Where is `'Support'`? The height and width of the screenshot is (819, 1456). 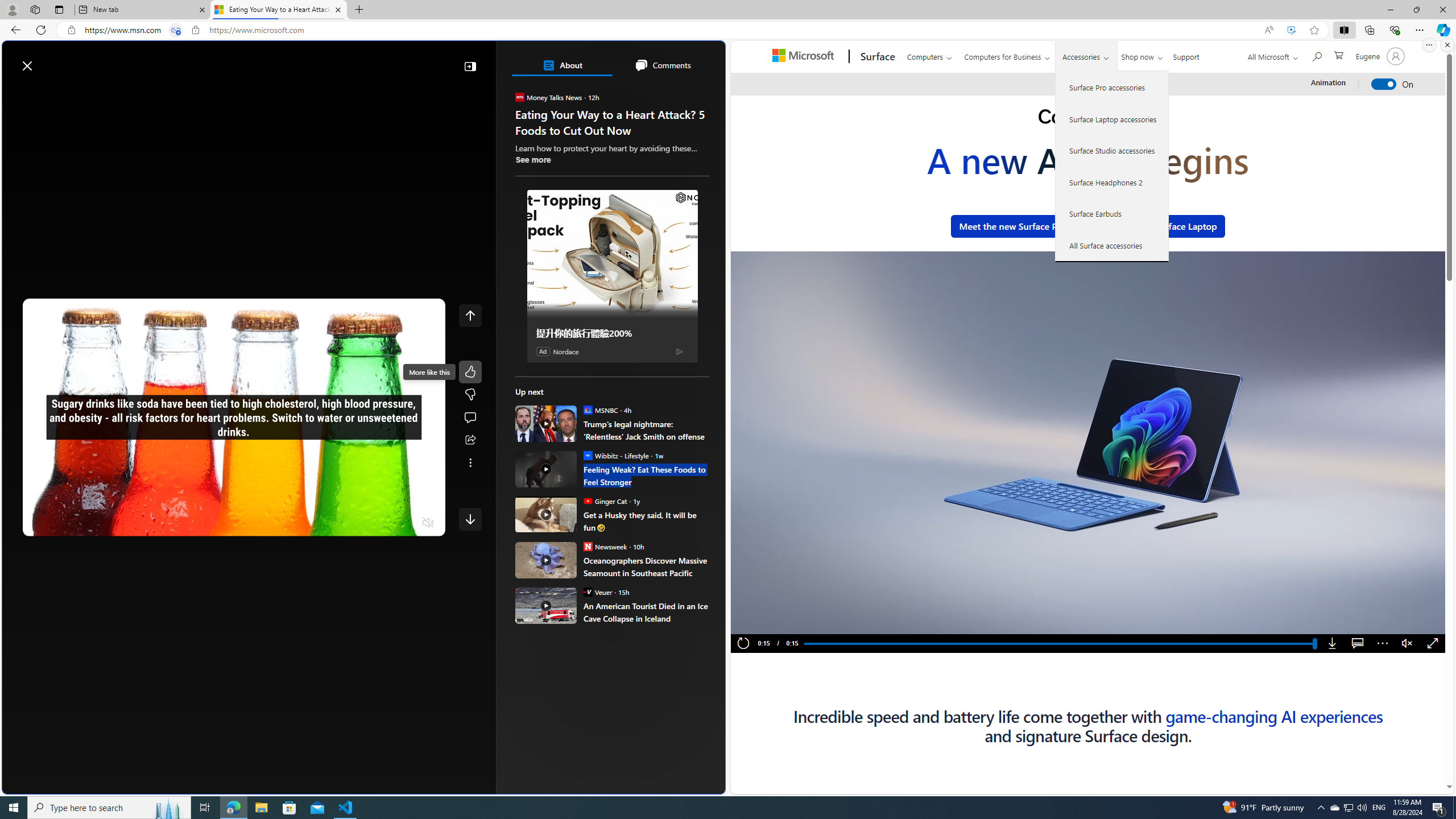
'Support' is located at coordinates (1185, 54).